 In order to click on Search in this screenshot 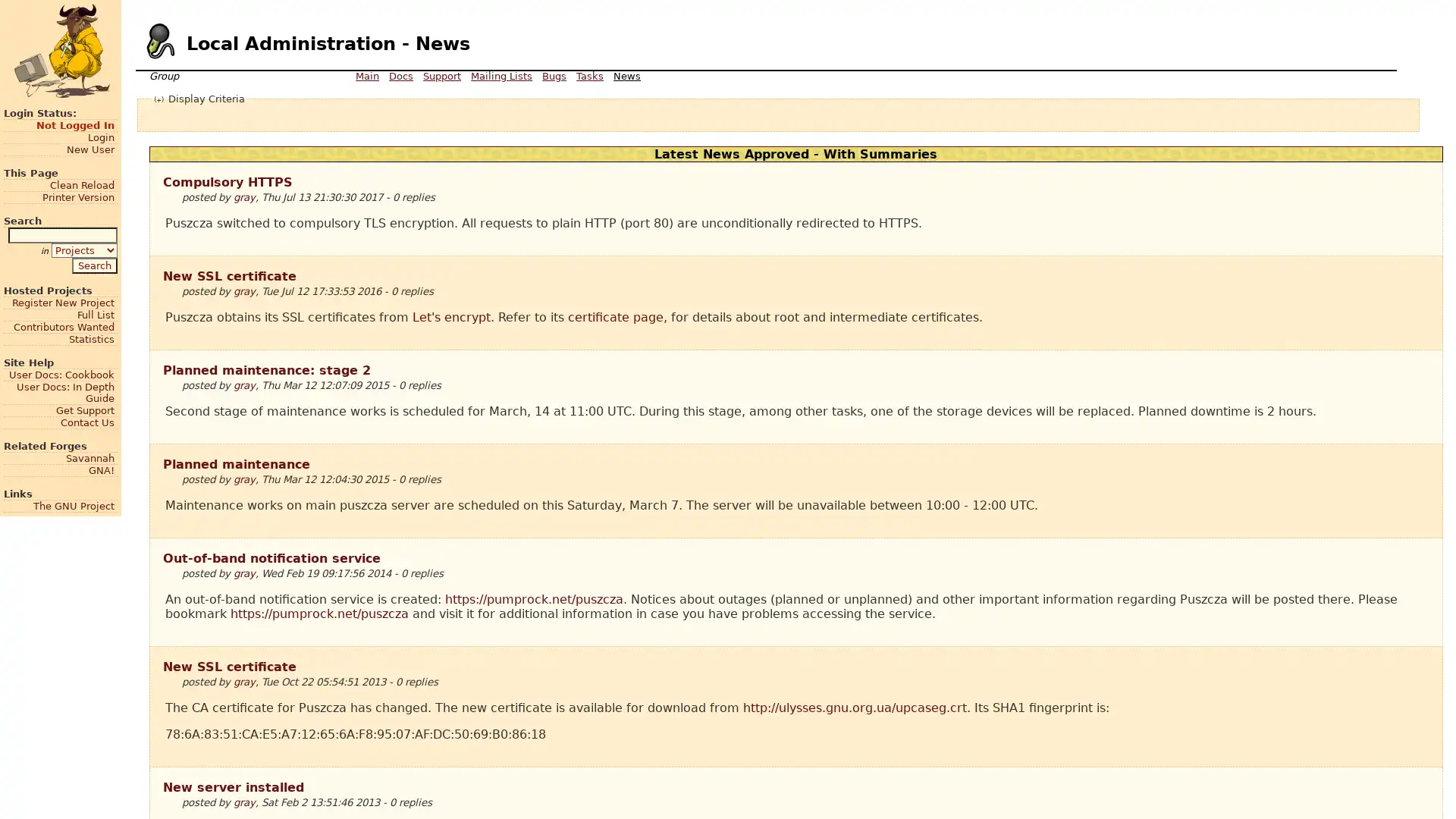, I will do `click(93, 264)`.